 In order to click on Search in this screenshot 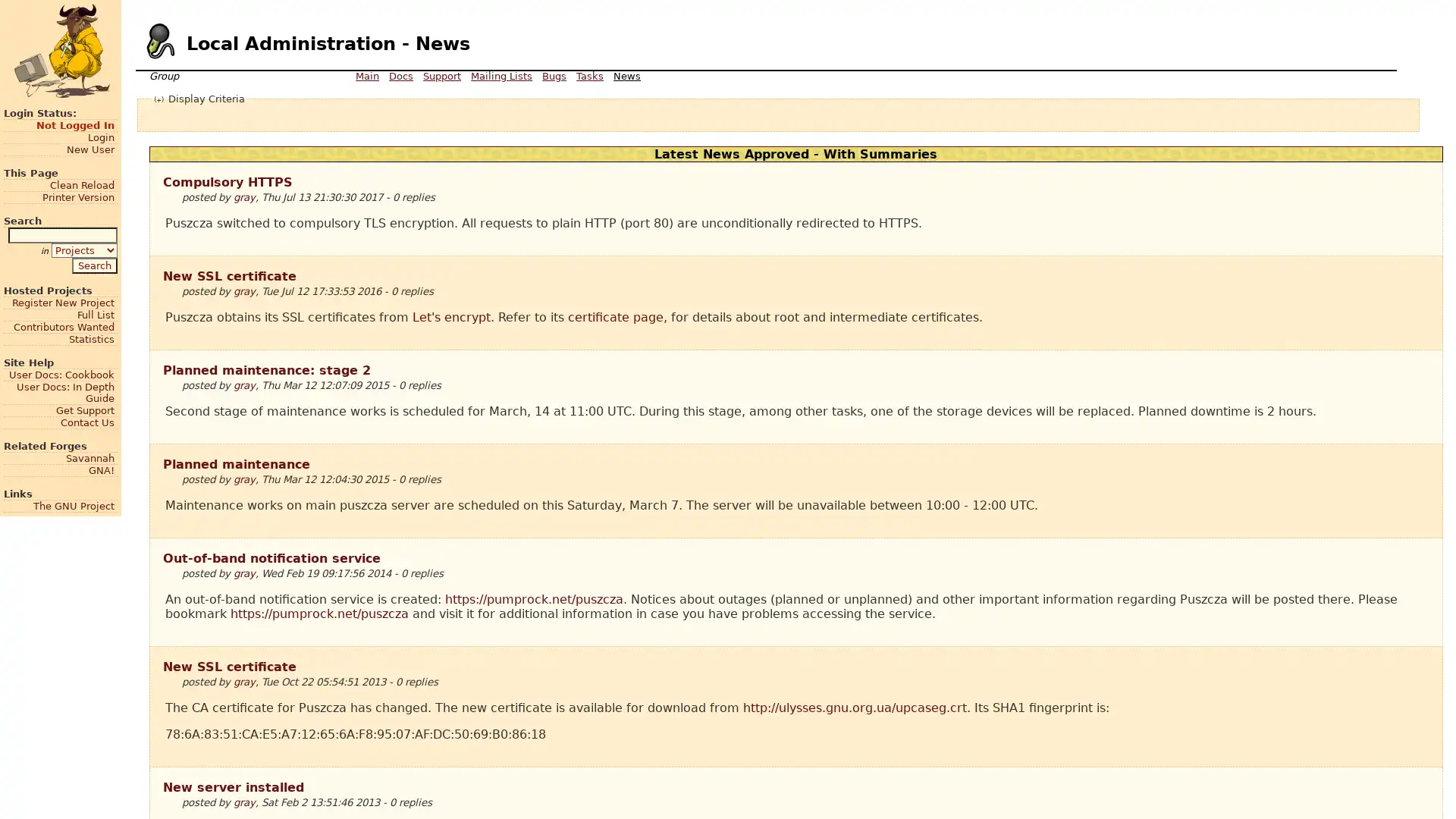, I will do `click(93, 264)`.